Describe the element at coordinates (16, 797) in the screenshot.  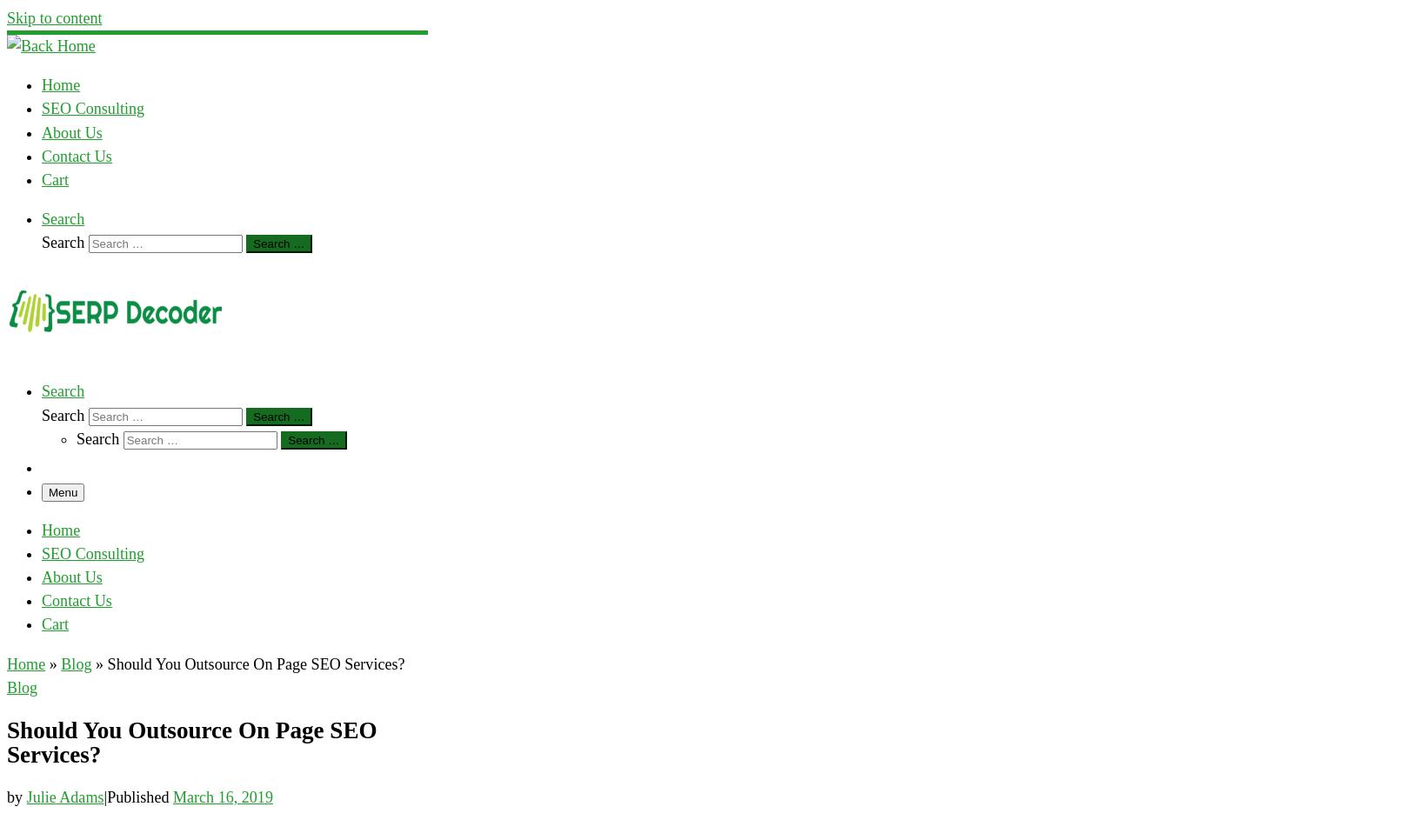
I see `'by'` at that location.